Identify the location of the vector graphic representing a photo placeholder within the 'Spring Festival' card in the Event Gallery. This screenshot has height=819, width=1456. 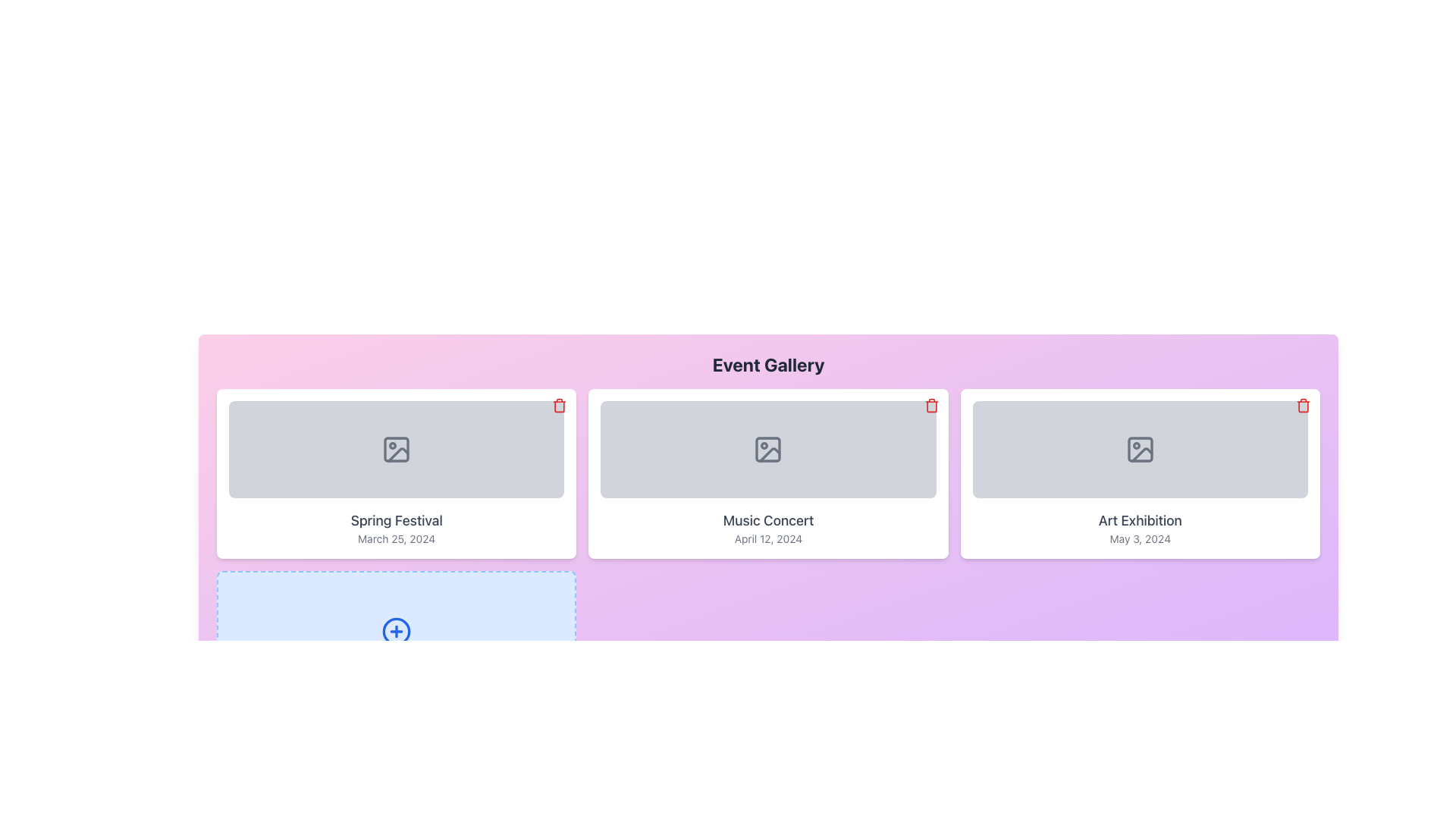
(398, 453).